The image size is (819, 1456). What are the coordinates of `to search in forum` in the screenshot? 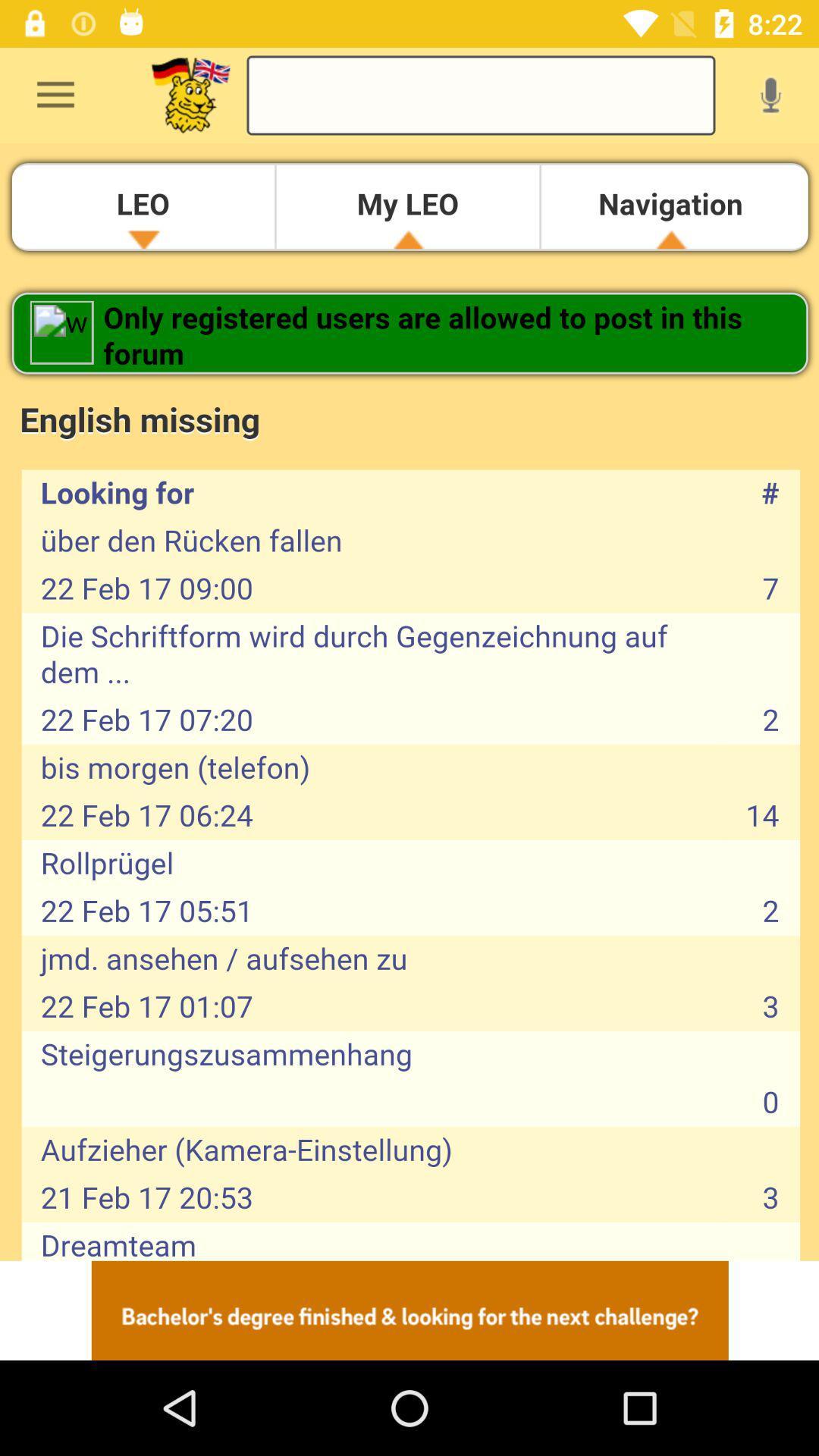 It's located at (481, 94).